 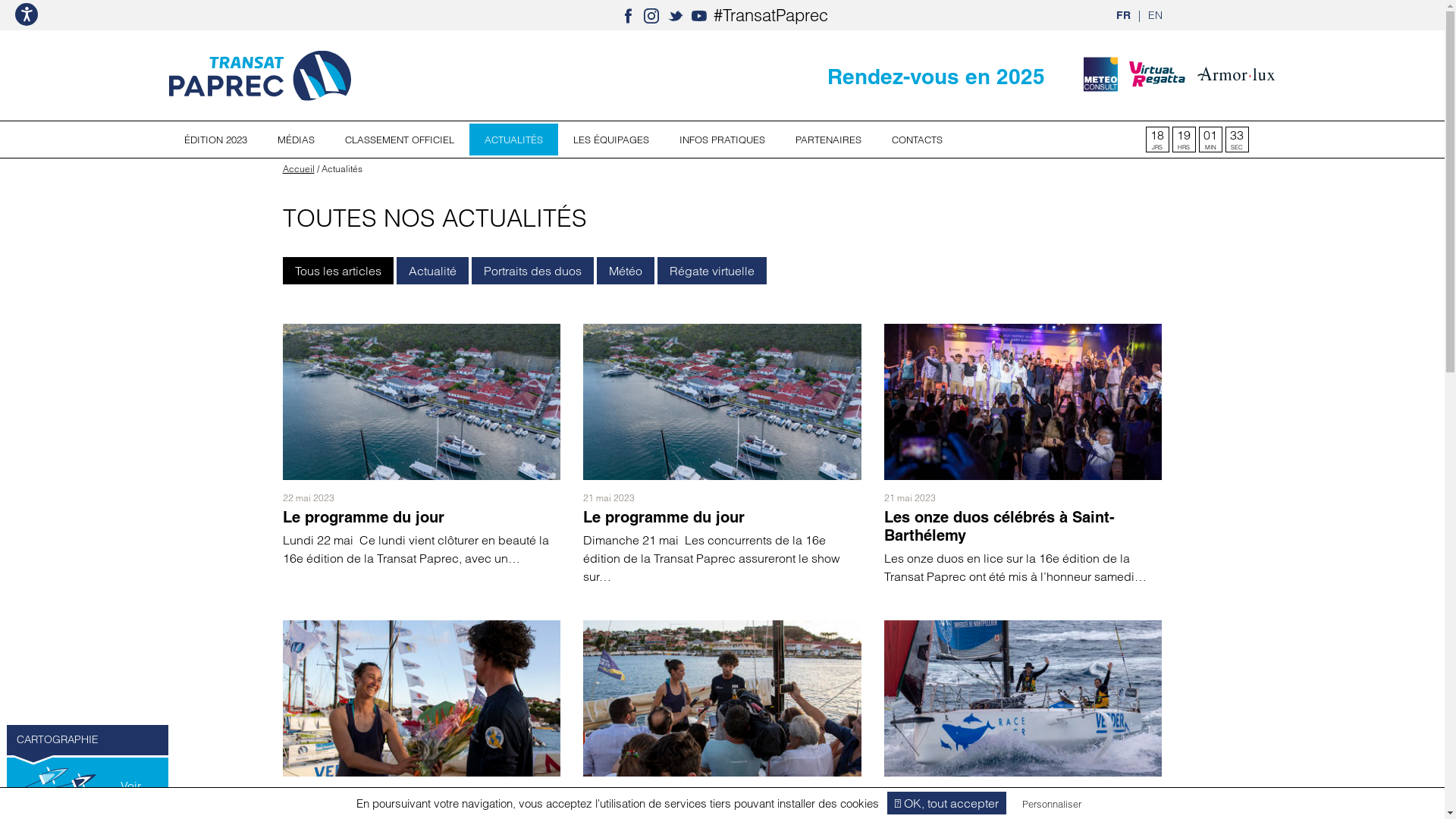 What do you see at coordinates (675, 14) in the screenshot?
I see `'Twitter'` at bounding box center [675, 14].